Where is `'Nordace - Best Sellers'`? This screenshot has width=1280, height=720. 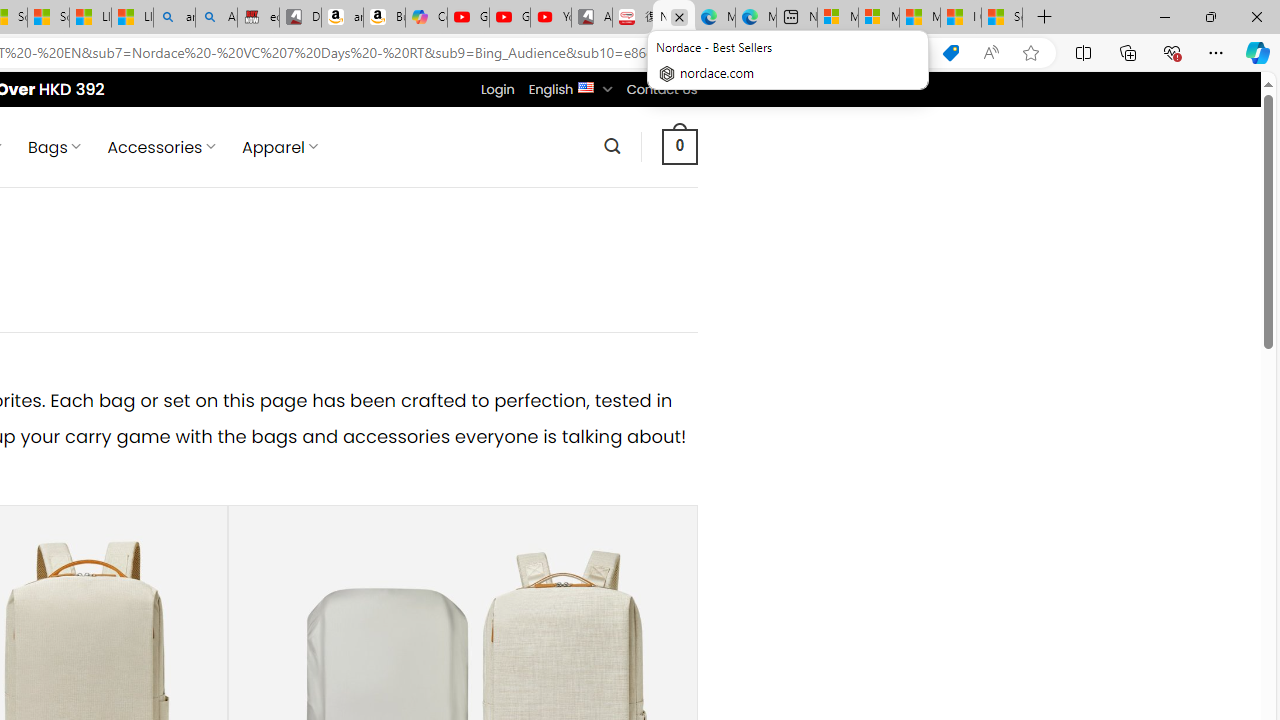 'Nordace - Best Sellers' is located at coordinates (673, 17).